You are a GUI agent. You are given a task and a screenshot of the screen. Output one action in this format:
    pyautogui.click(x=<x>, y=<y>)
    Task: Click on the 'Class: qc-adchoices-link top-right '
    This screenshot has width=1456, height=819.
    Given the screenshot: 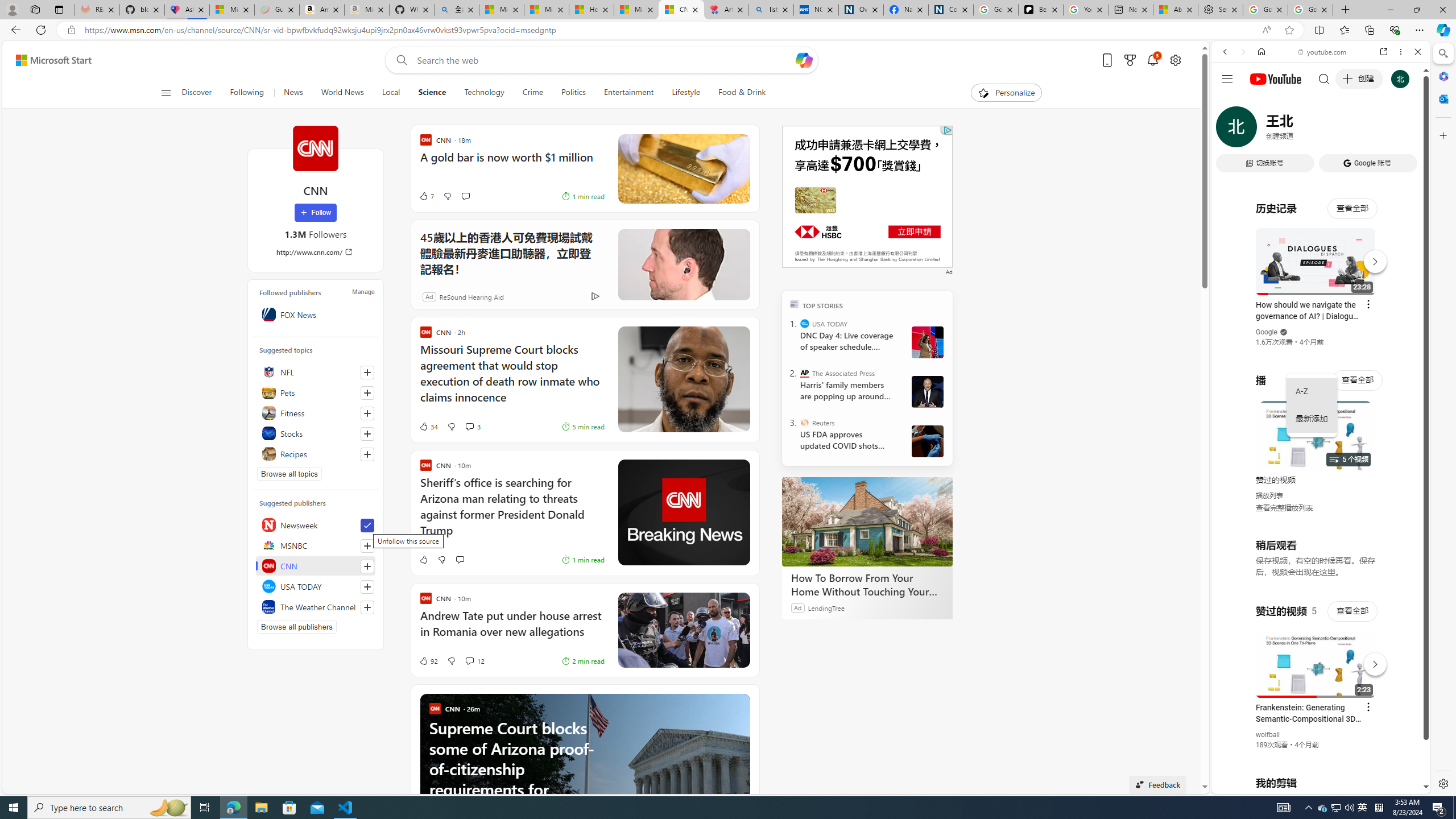 What is the action you would take?
    pyautogui.click(x=946, y=129)
    